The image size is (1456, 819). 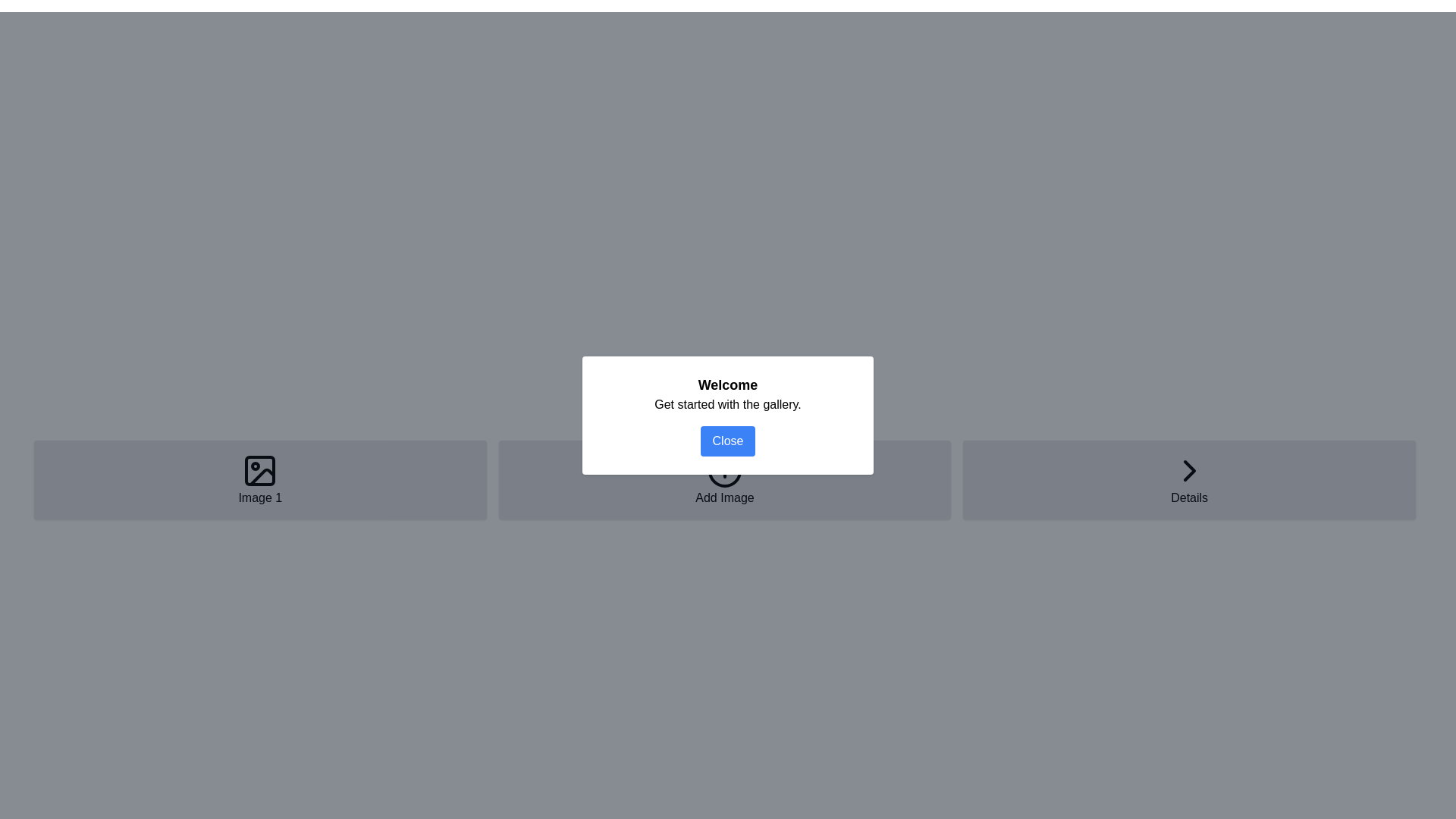 What do you see at coordinates (260, 497) in the screenshot?
I see `the label displaying 'Image 1', which is located directly beneath the image placeholder icon in the bottom-center of the first card` at bounding box center [260, 497].